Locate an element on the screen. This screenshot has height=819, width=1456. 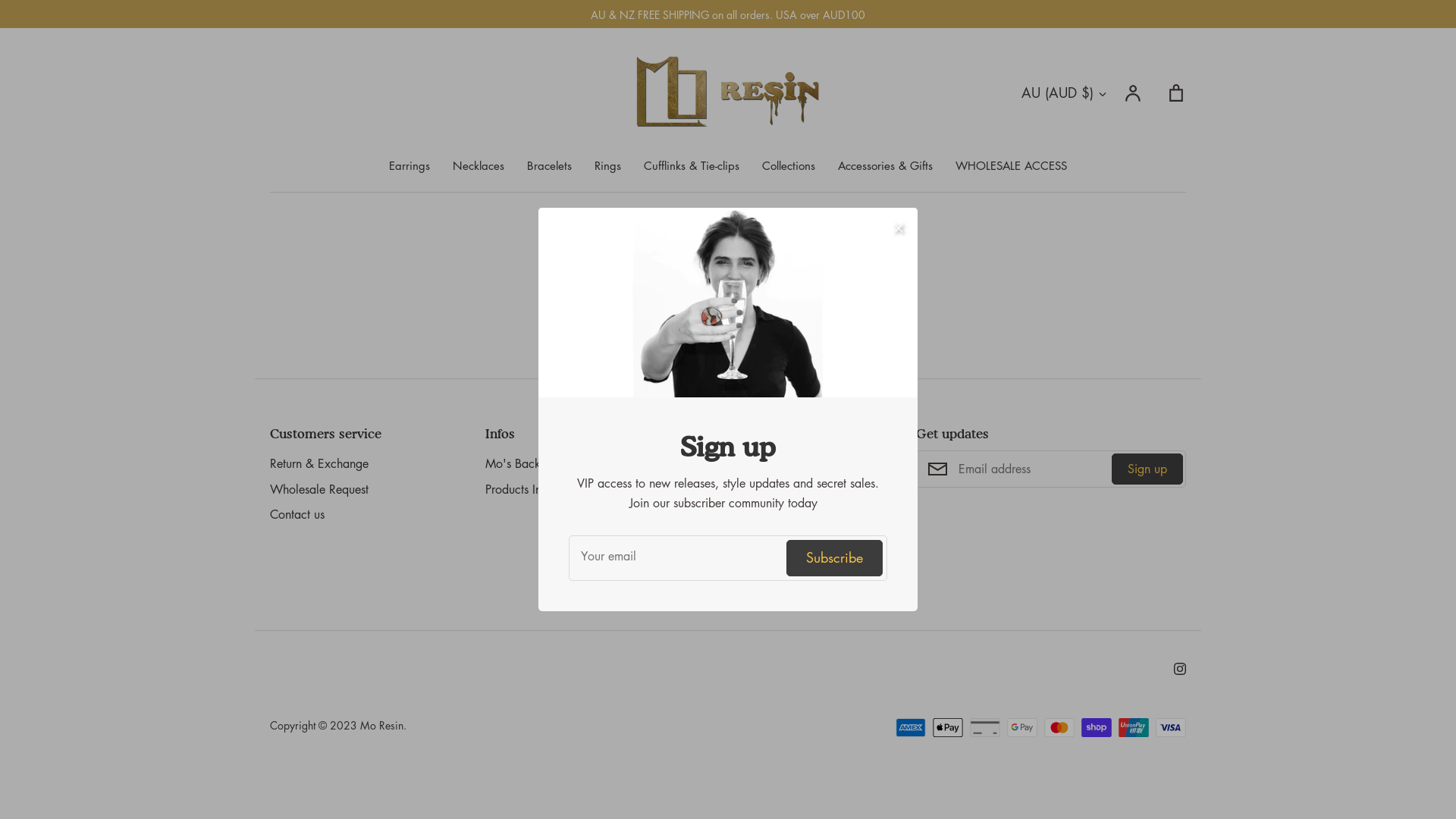
'WHOLESALE ACCESS' is located at coordinates (1011, 165).